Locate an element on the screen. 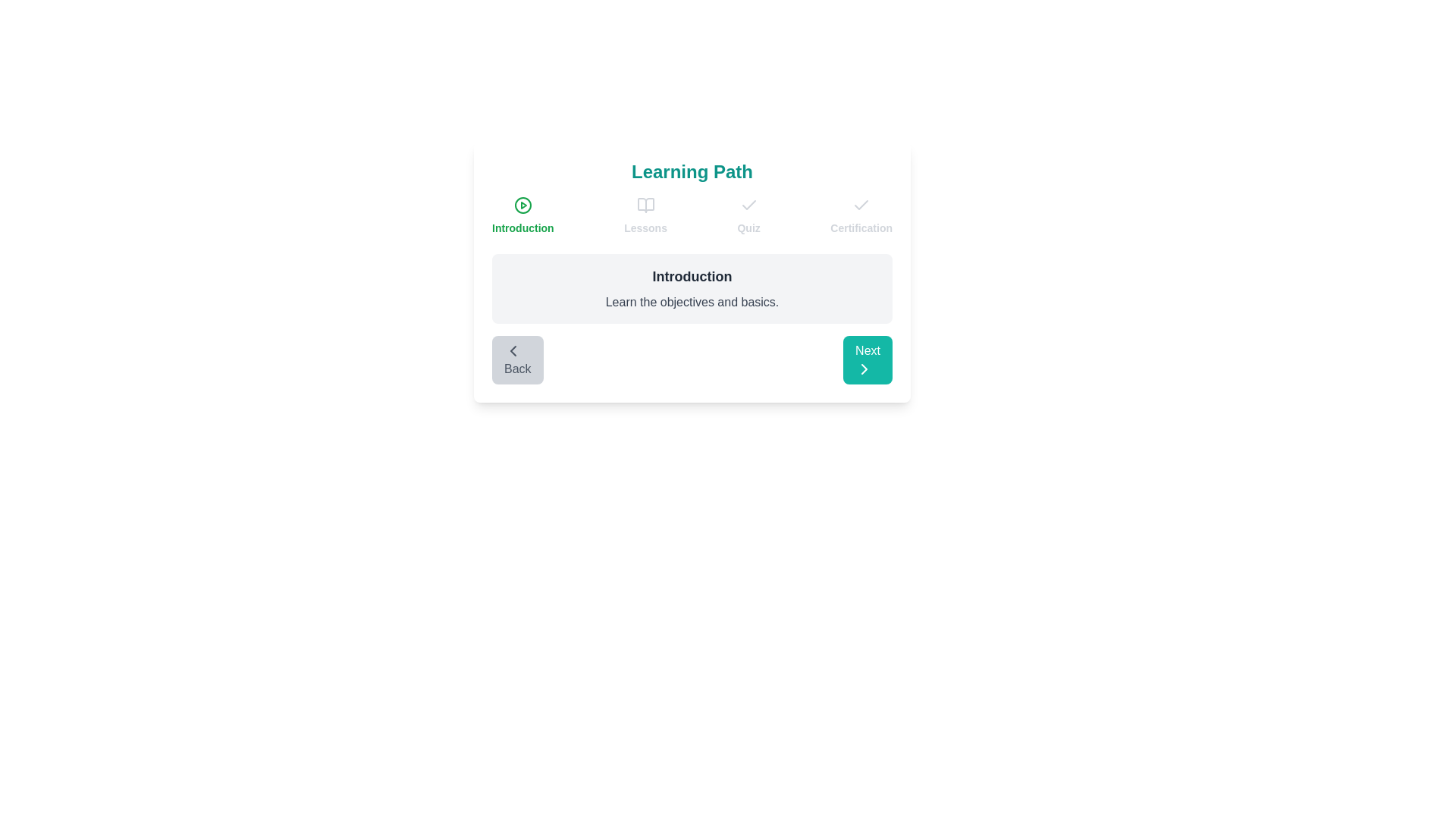  the 'Next' button to navigate to the next step is located at coordinates (868, 359).